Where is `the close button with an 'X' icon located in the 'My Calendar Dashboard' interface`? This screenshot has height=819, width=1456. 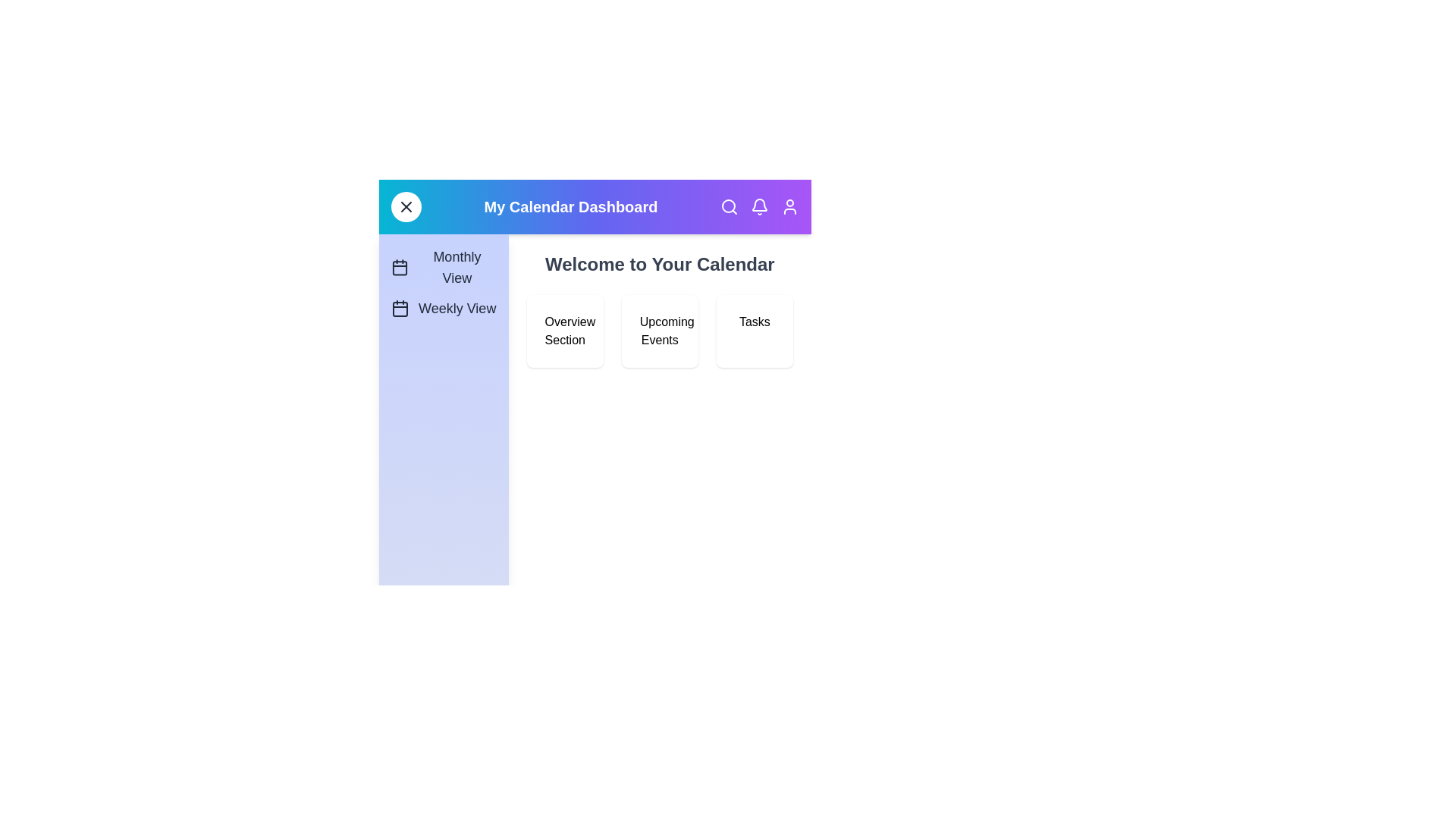
the close button with an 'X' icon located in the 'My Calendar Dashboard' interface is located at coordinates (406, 207).